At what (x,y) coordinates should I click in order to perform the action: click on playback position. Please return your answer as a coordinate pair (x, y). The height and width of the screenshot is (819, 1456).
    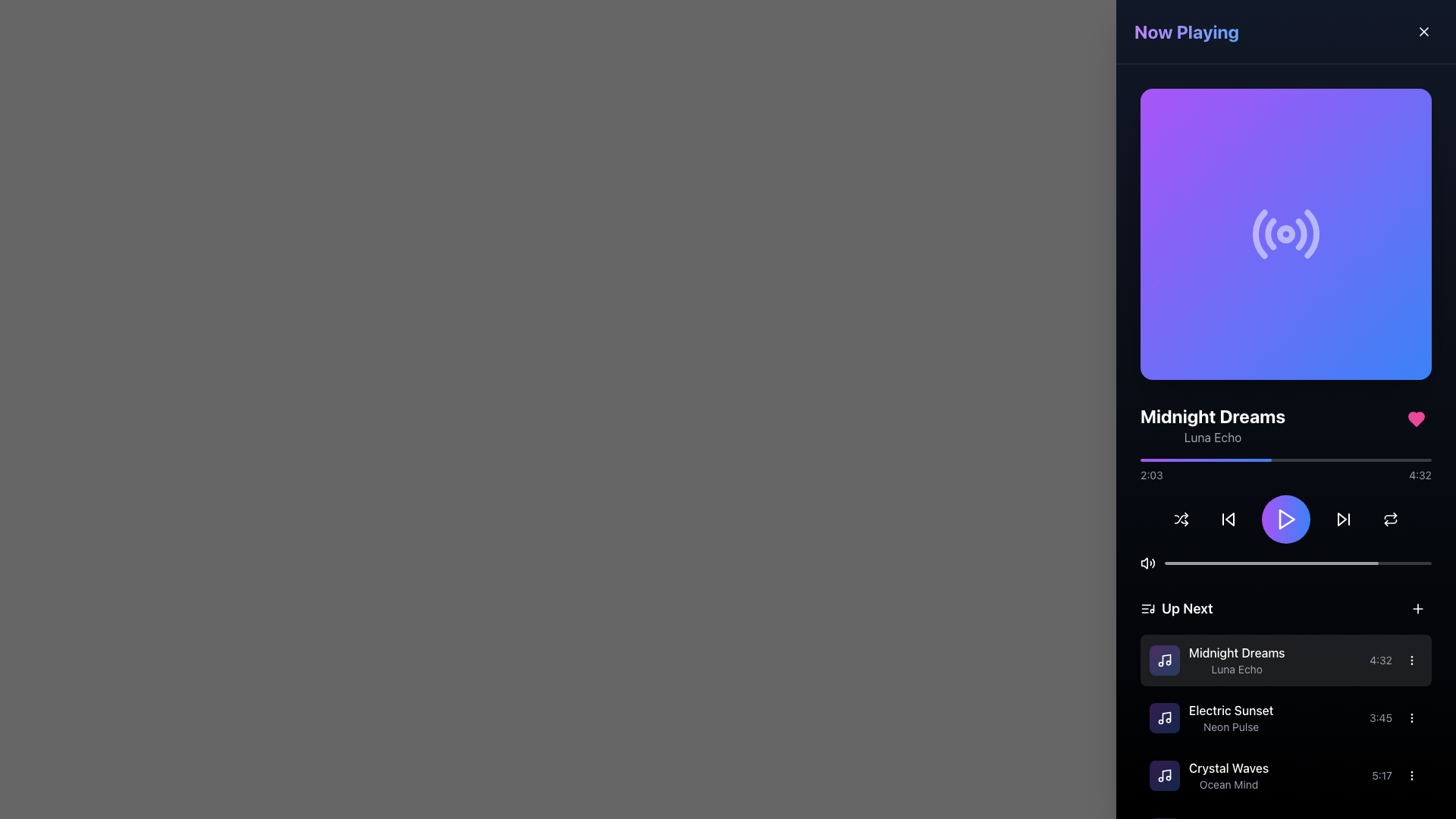
    Looking at the image, I should click on (1213, 563).